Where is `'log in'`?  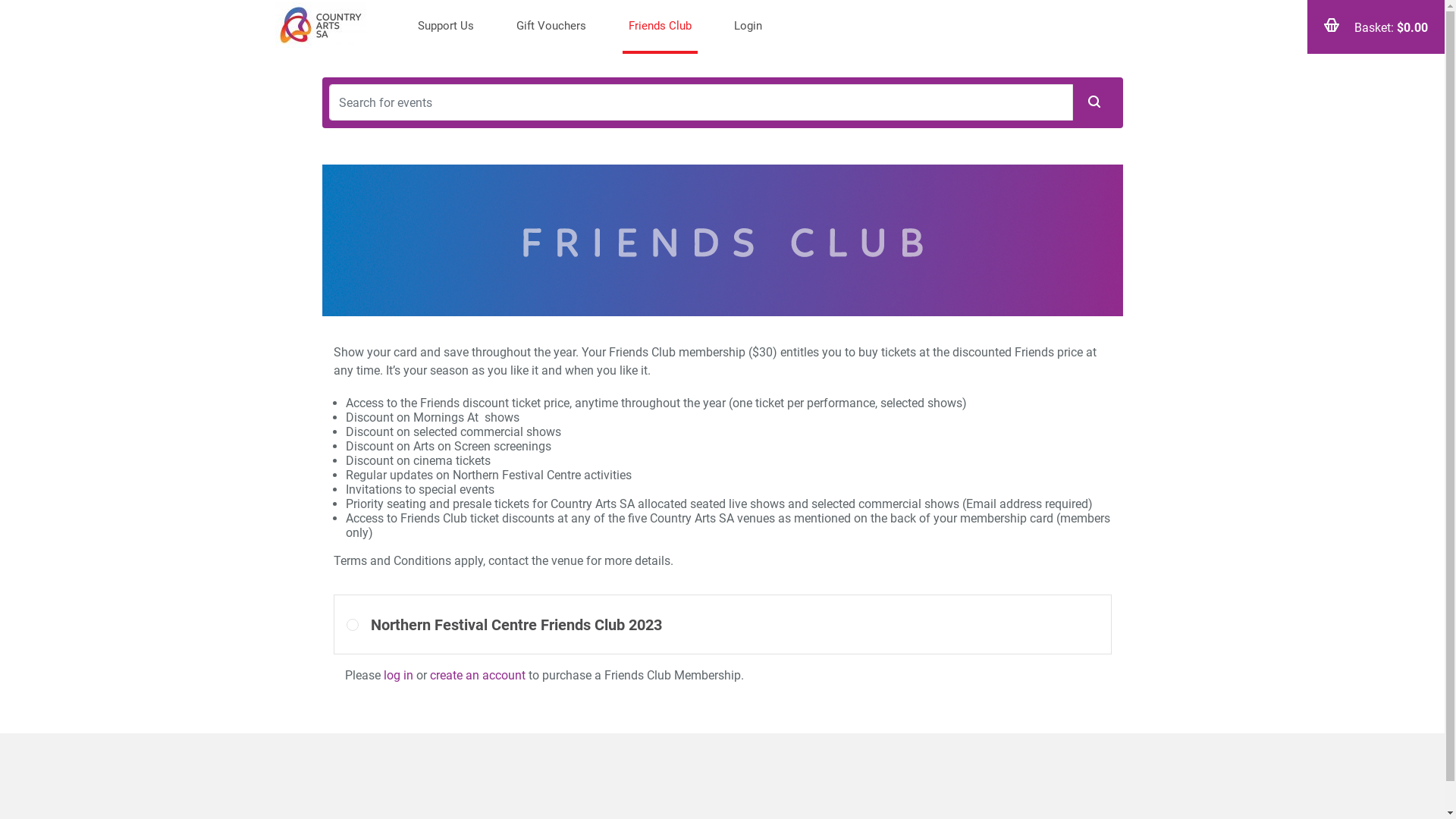 'log in' is located at coordinates (398, 674).